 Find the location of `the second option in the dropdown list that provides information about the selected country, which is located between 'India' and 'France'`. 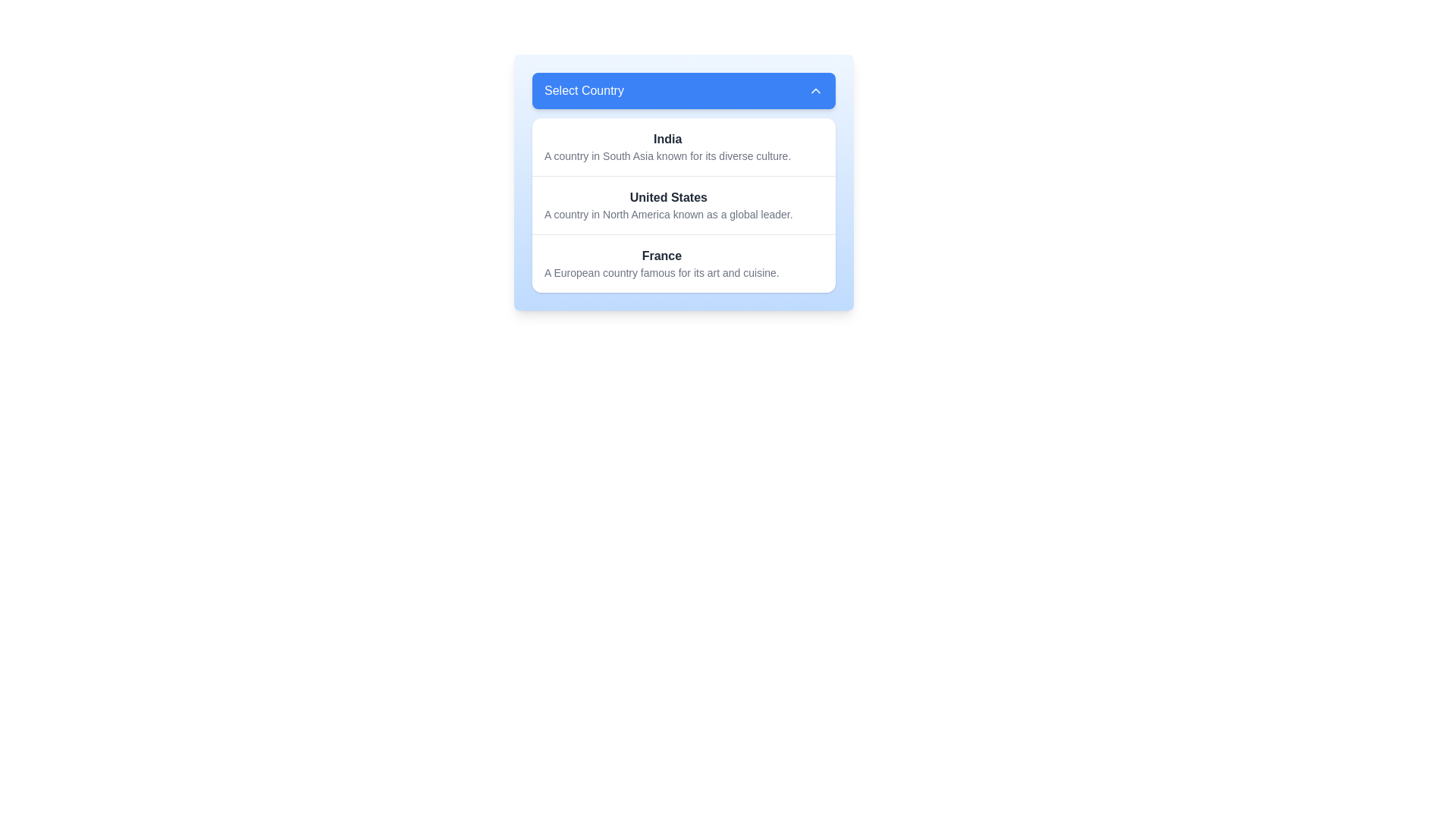

the second option in the dropdown list that provides information about the selected country, which is located between 'India' and 'France' is located at coordinates (667, 205).